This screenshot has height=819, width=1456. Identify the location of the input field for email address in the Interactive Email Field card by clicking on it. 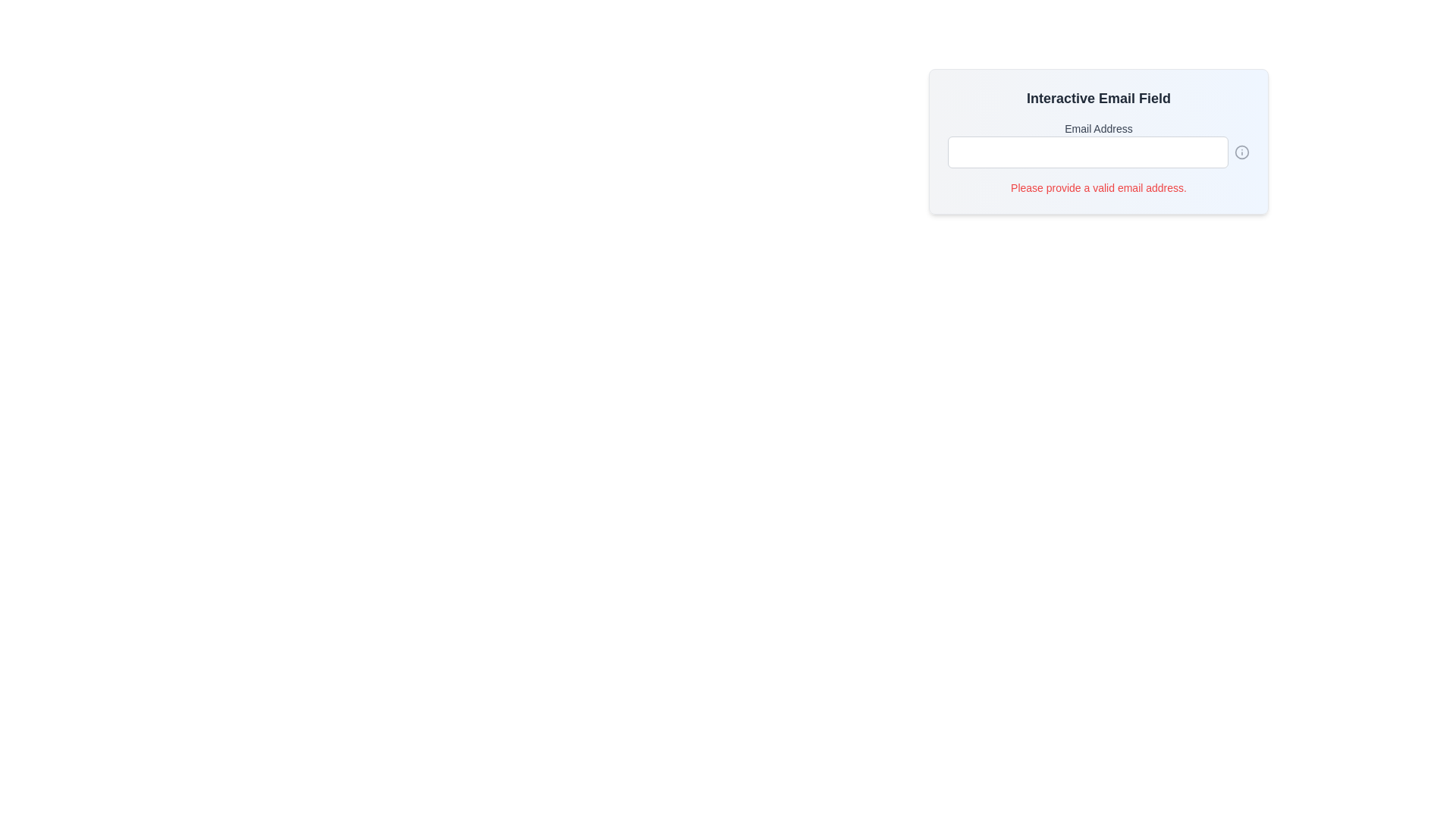
(1099, 141).